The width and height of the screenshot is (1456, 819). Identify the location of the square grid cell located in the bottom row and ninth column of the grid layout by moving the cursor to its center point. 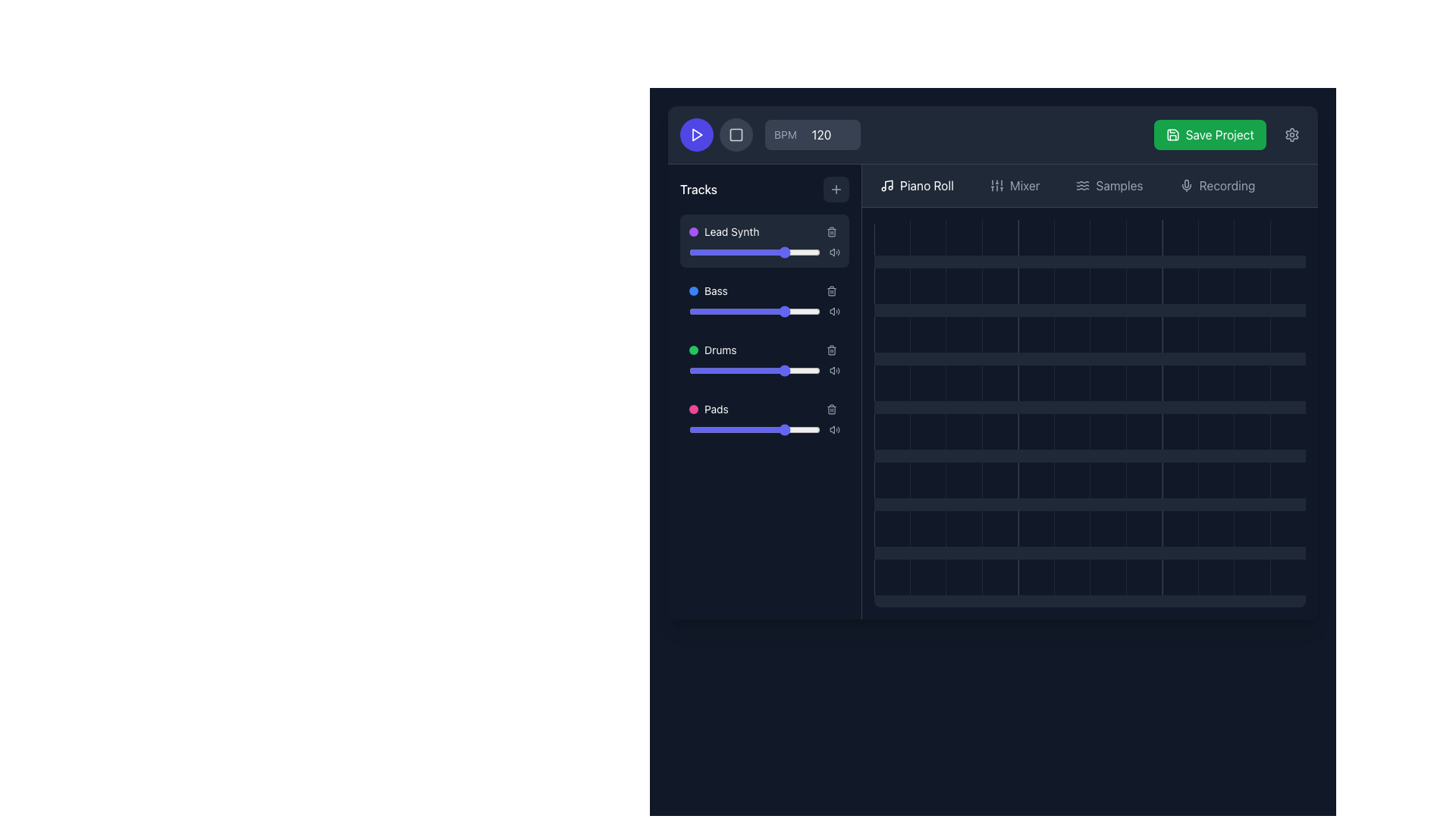
(1179, 528).